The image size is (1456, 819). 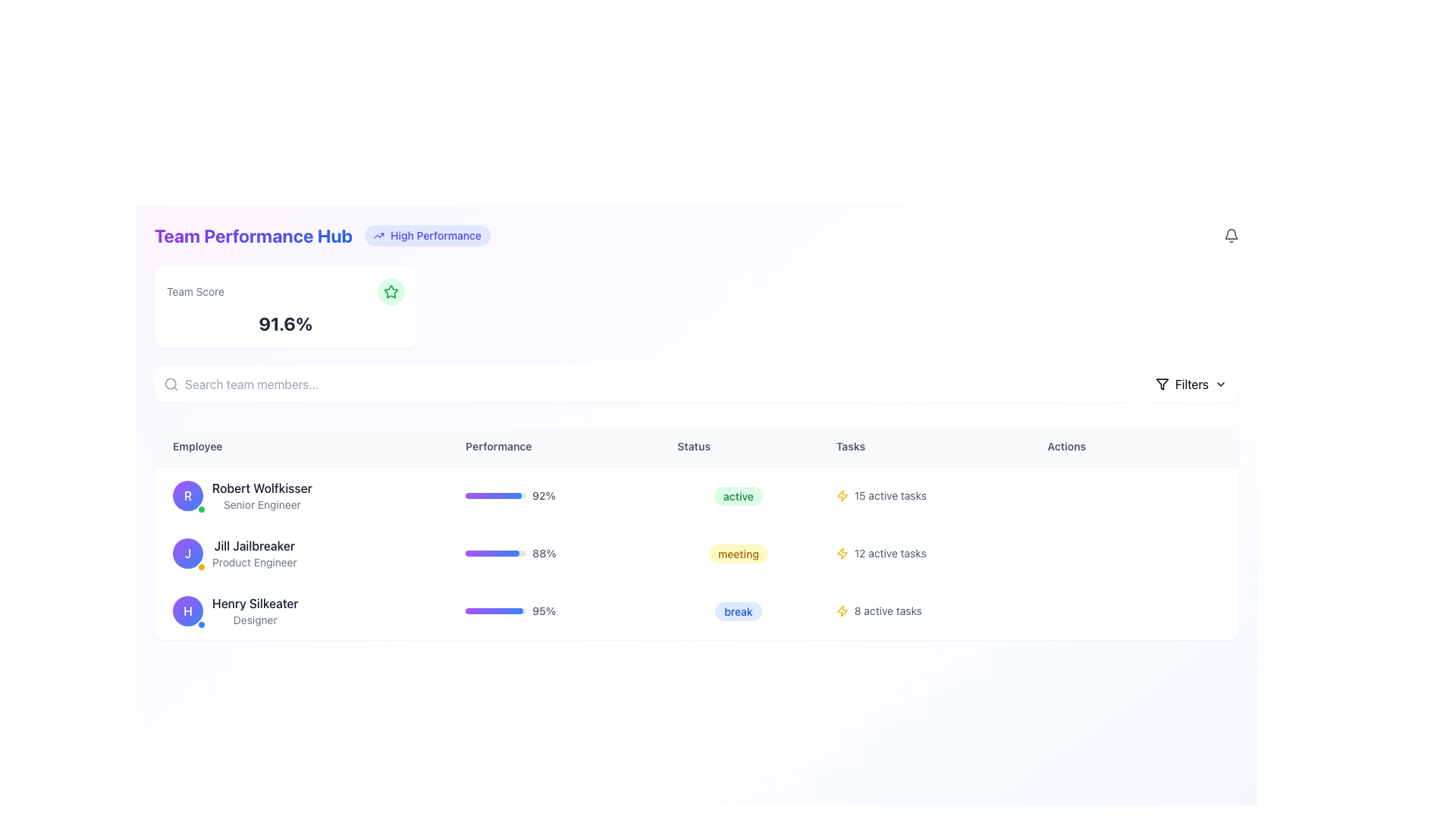 I want to click on the numeric indicator text label displaying the performance metric percentage, located at the right edge of the progress bar in the 'Performance' column of the third row in the table, so click(x=544, y=610).